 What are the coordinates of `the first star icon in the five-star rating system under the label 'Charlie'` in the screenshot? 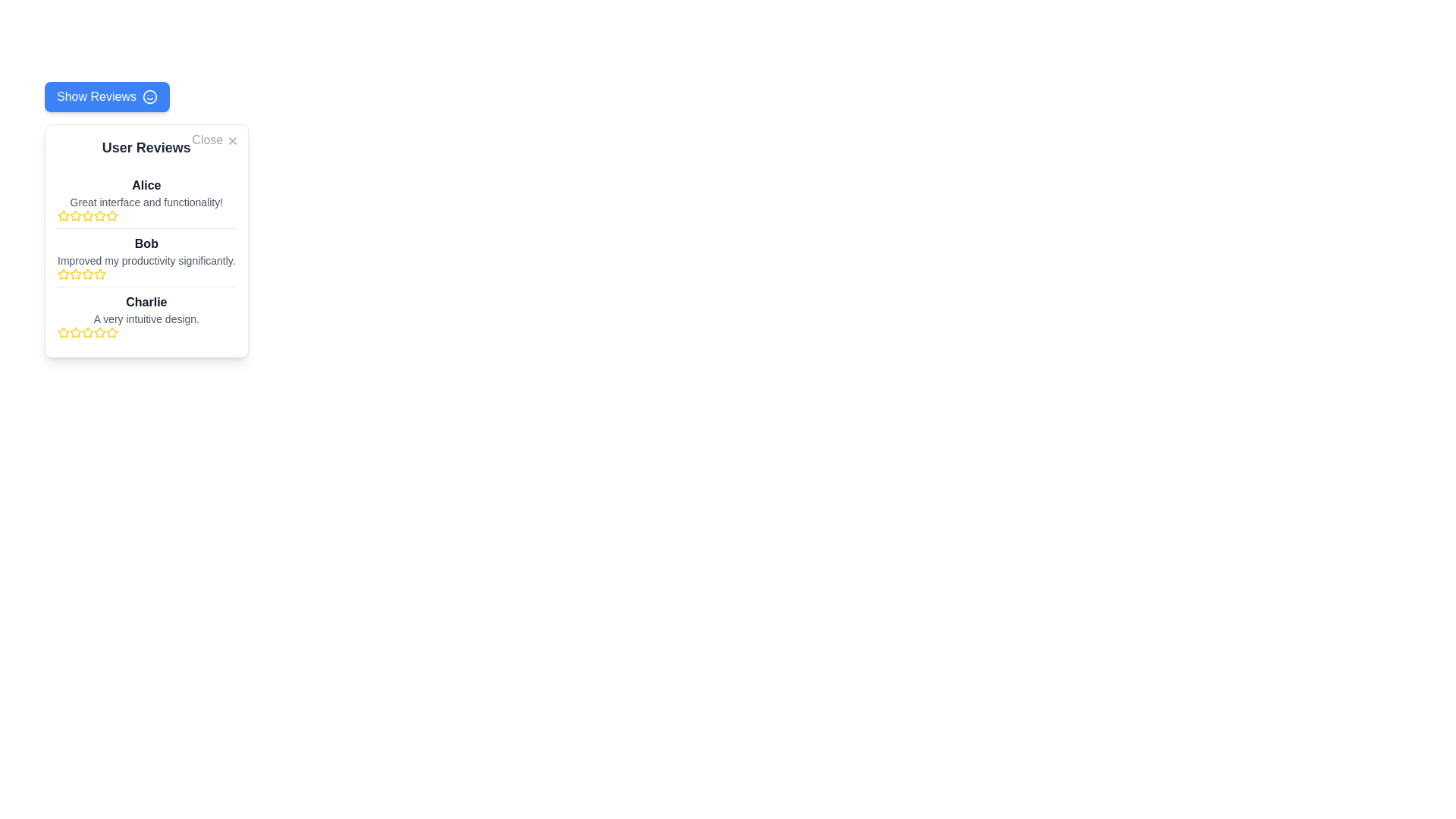 It's located at (75, 331).